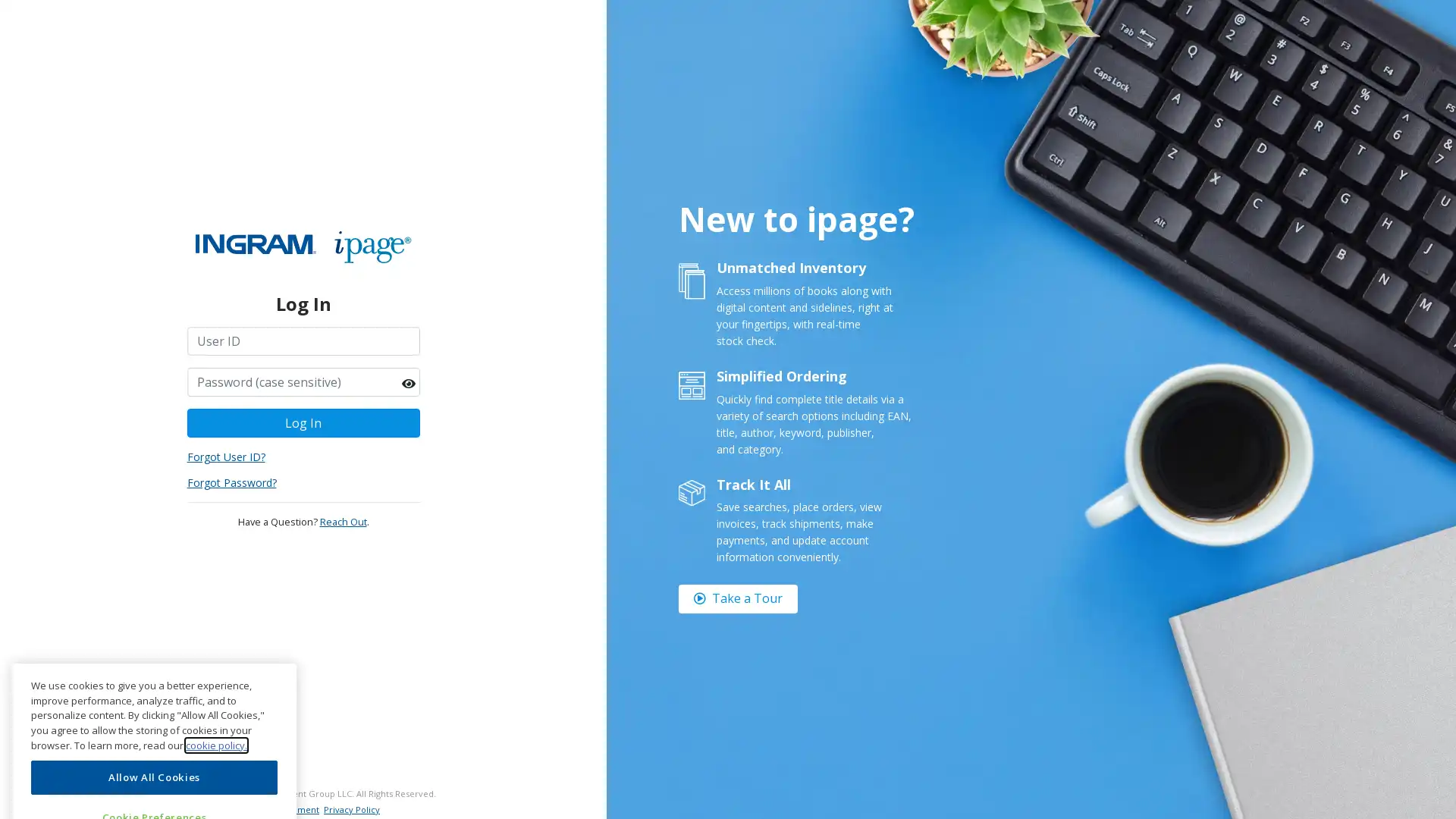 The width and height of the screenshot is (1456, 819). Describe the element at coordinates (154, 719) in the screenshot. I see `Allow All Cookies` at that location.